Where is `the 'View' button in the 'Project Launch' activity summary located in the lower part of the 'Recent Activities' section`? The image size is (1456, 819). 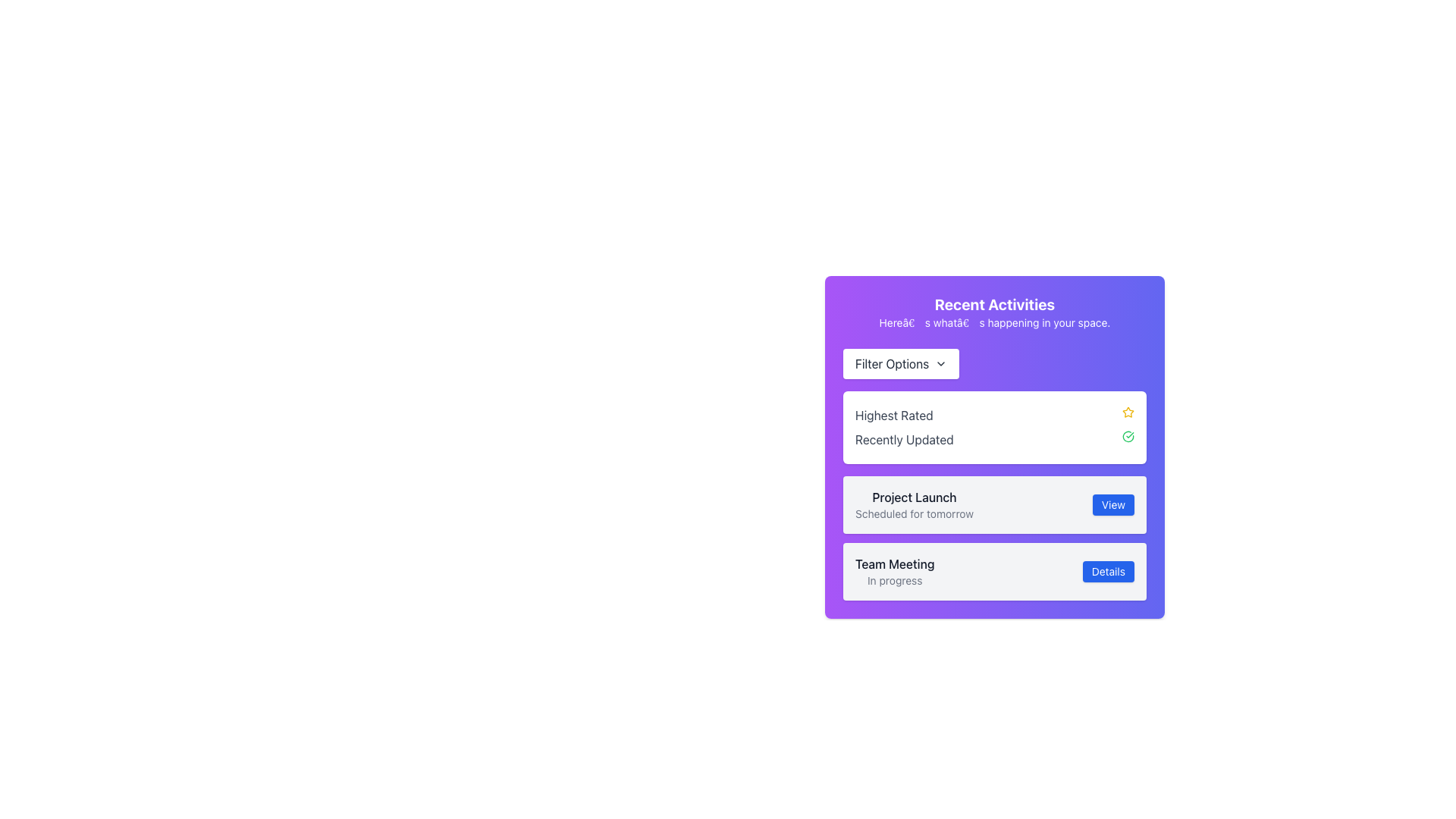 the 'View' button in the 'Project Launch' activity summary located in the lower part of the 'Recent Activities' section is located at coordinates (994, 537).